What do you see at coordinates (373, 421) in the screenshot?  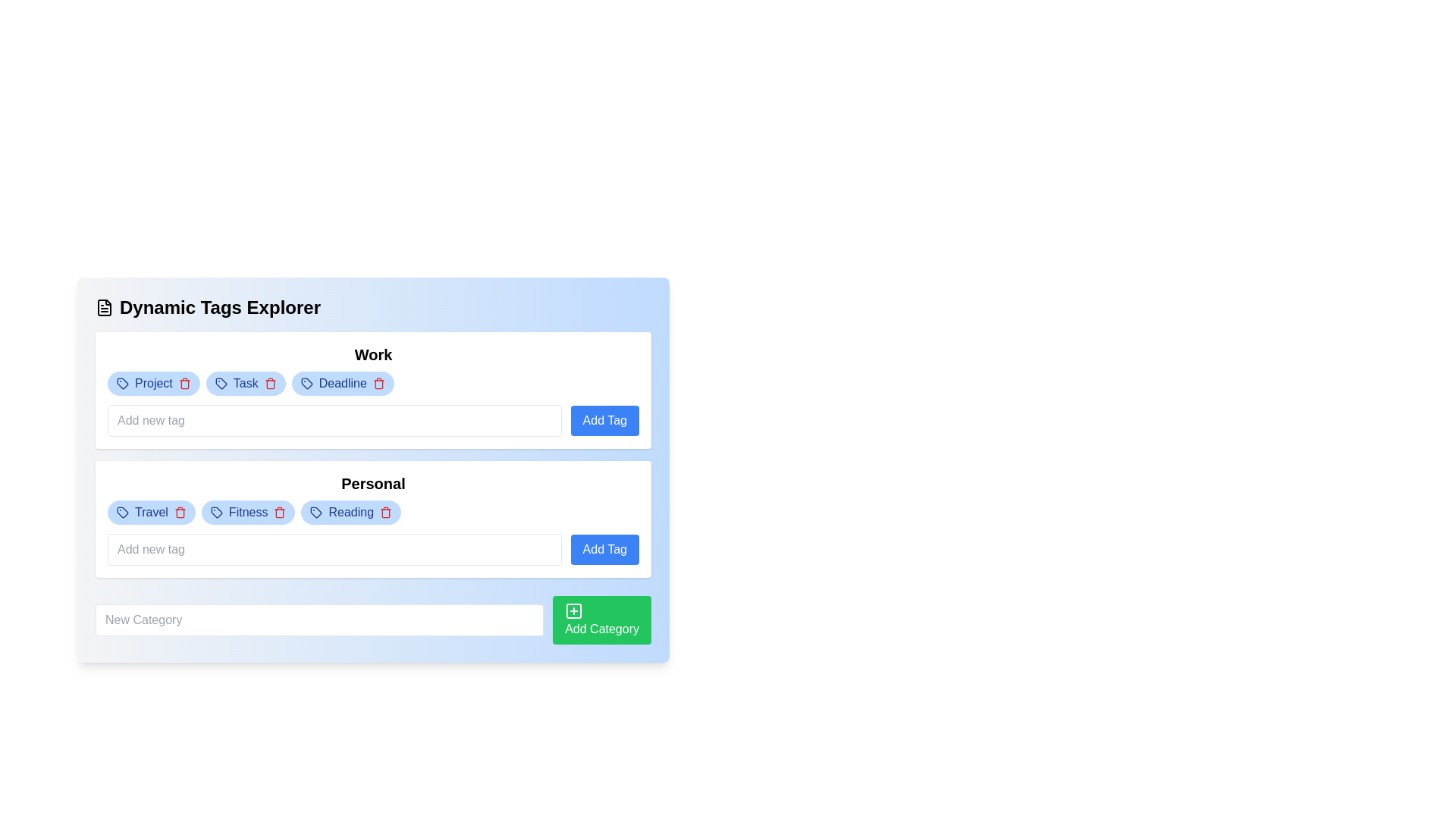 I see `the 'Add Tag' button of the composite input field and button element located under the 'Work' section for visual feedback` at bounding box center [373, 421].